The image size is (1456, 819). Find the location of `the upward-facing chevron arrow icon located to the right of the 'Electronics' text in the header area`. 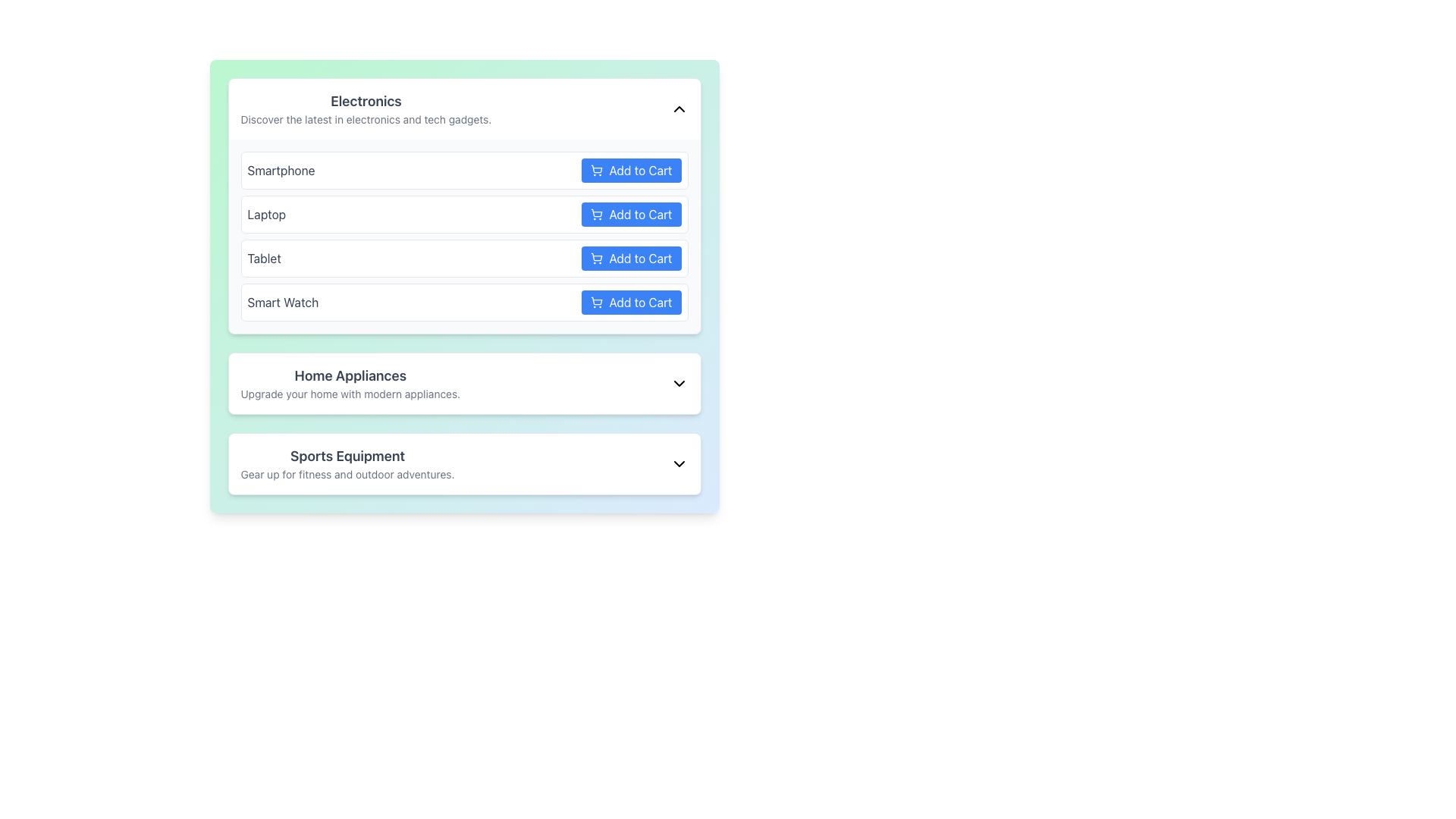

the upward-facing chevron arrow icon located to the right of the 'Electronics' text in the header area is located at coordinates (678, 108).